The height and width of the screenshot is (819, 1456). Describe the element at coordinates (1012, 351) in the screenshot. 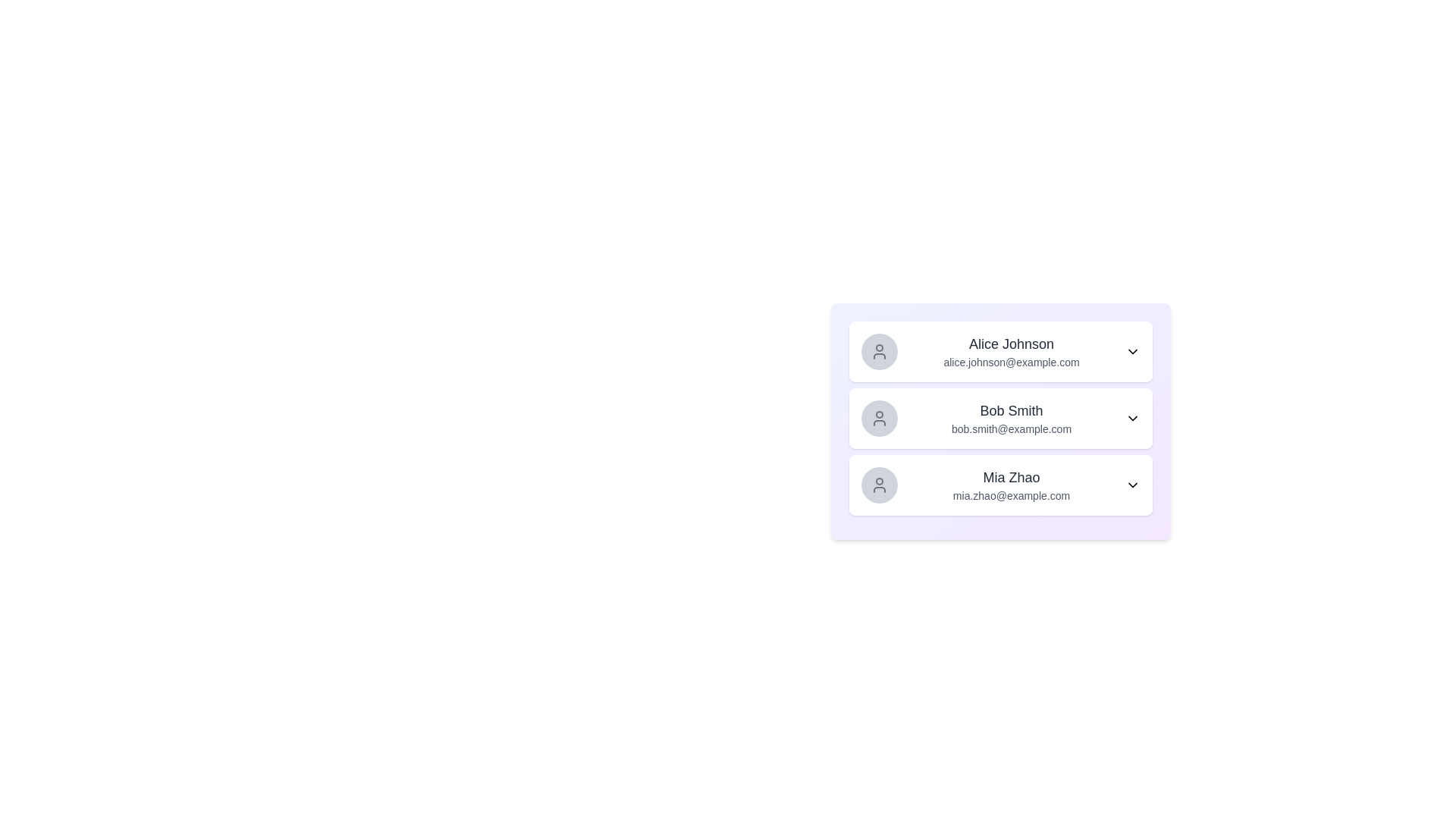

I see `the text in the Text Display Block that shows the user's name and email address to copy it` at that location.